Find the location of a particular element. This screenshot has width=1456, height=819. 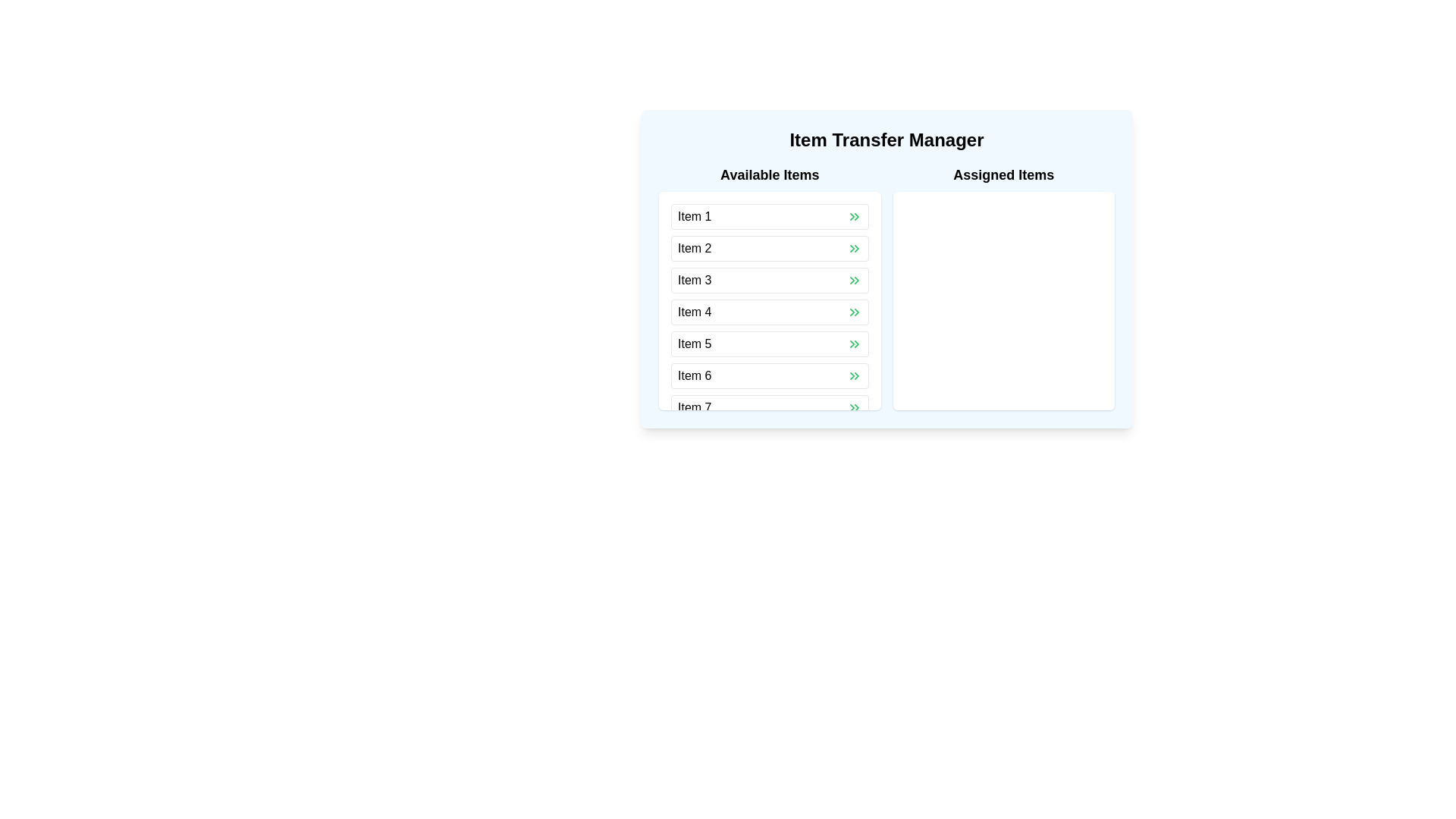

the small right-pointing double-chevron icon styled in green located at the far-right of the 'Item 7' row in the 'Available Items' panel to initiate item transfer is located at coordinates (854, 406).